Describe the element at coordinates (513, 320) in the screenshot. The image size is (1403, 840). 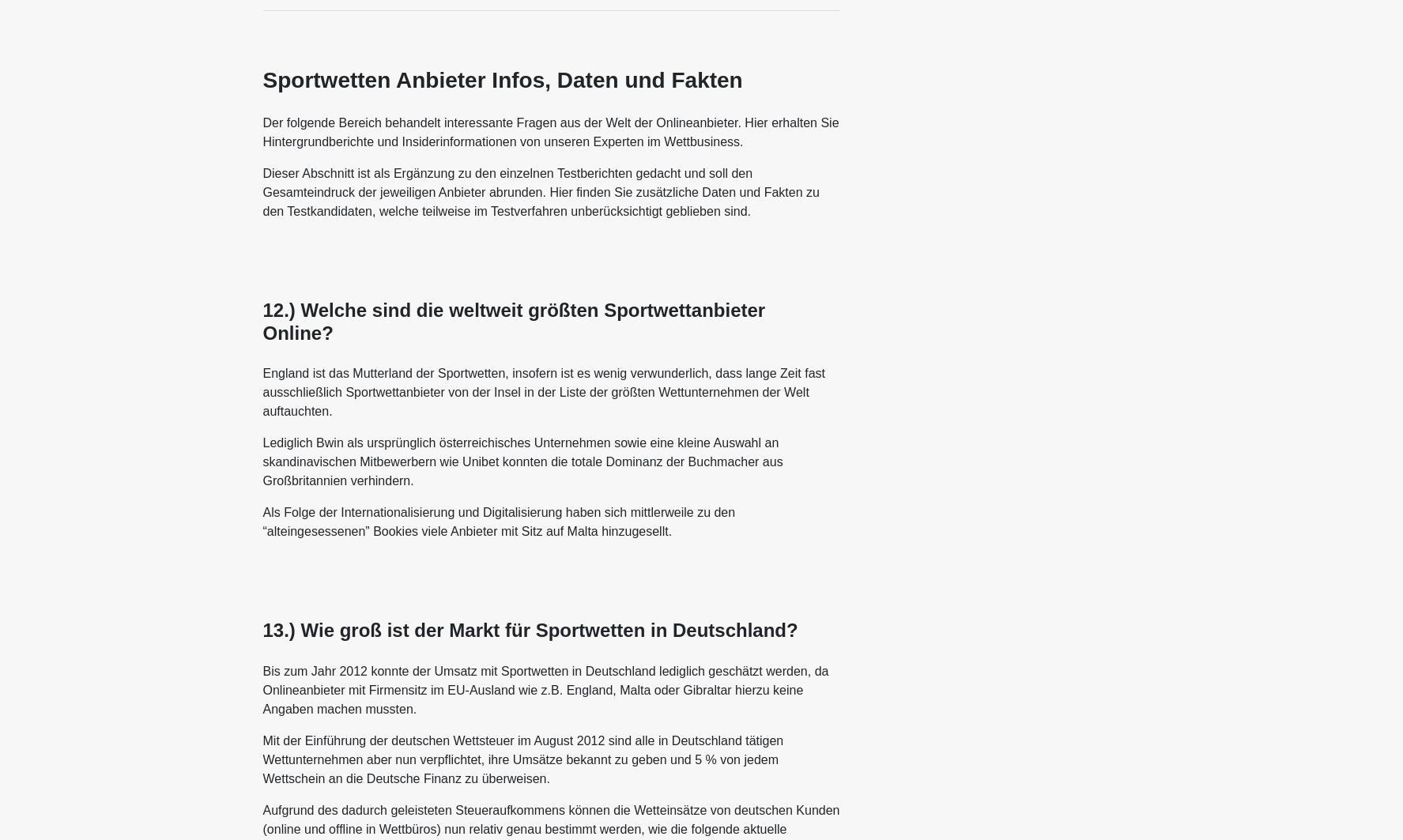
I see `'12.) Welche sind die weltweit größten Sportwettanbieter Online?'` at that location.